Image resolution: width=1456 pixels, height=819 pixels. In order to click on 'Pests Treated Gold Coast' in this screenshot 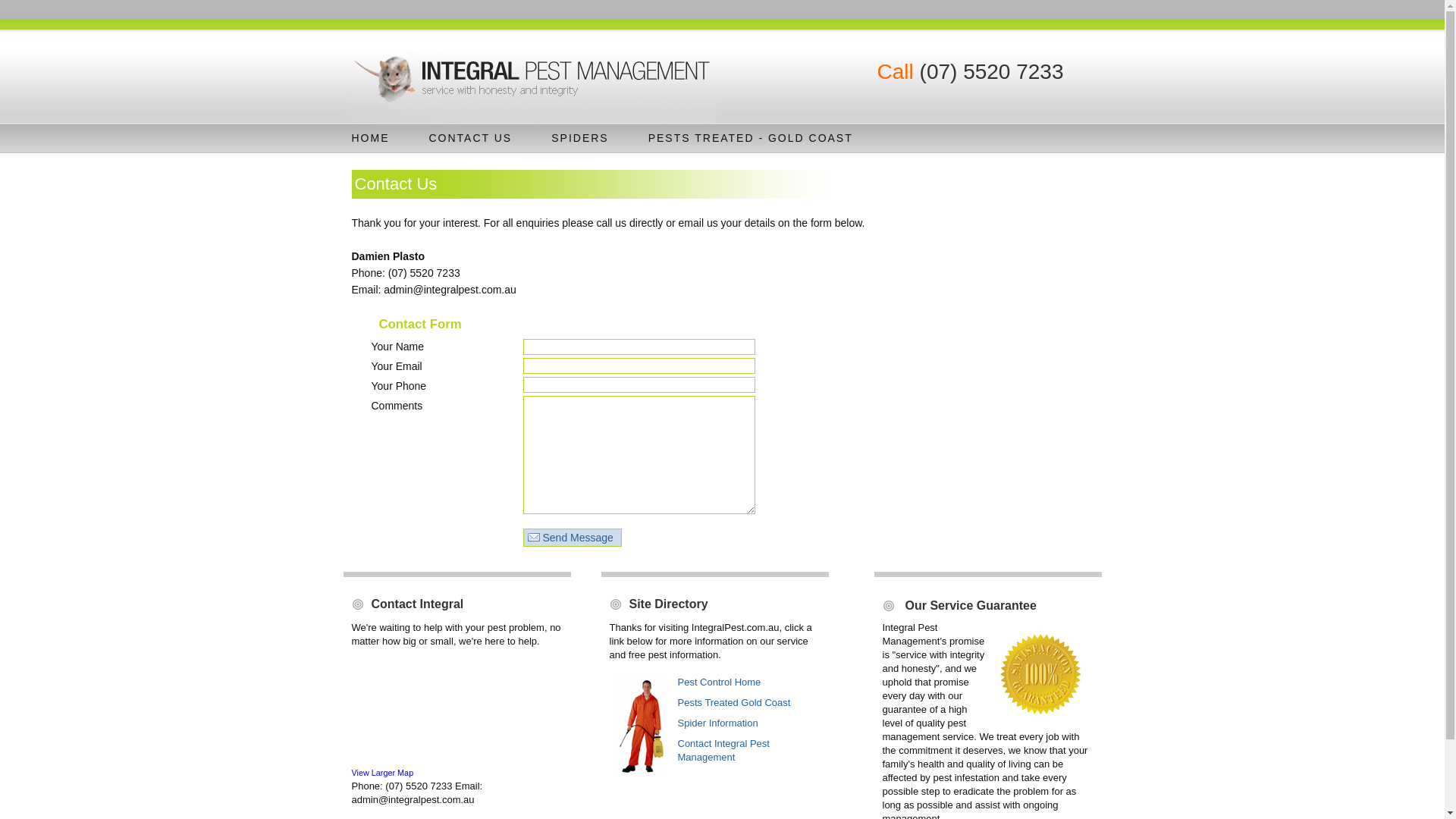, I will do `click(734, 702)`.